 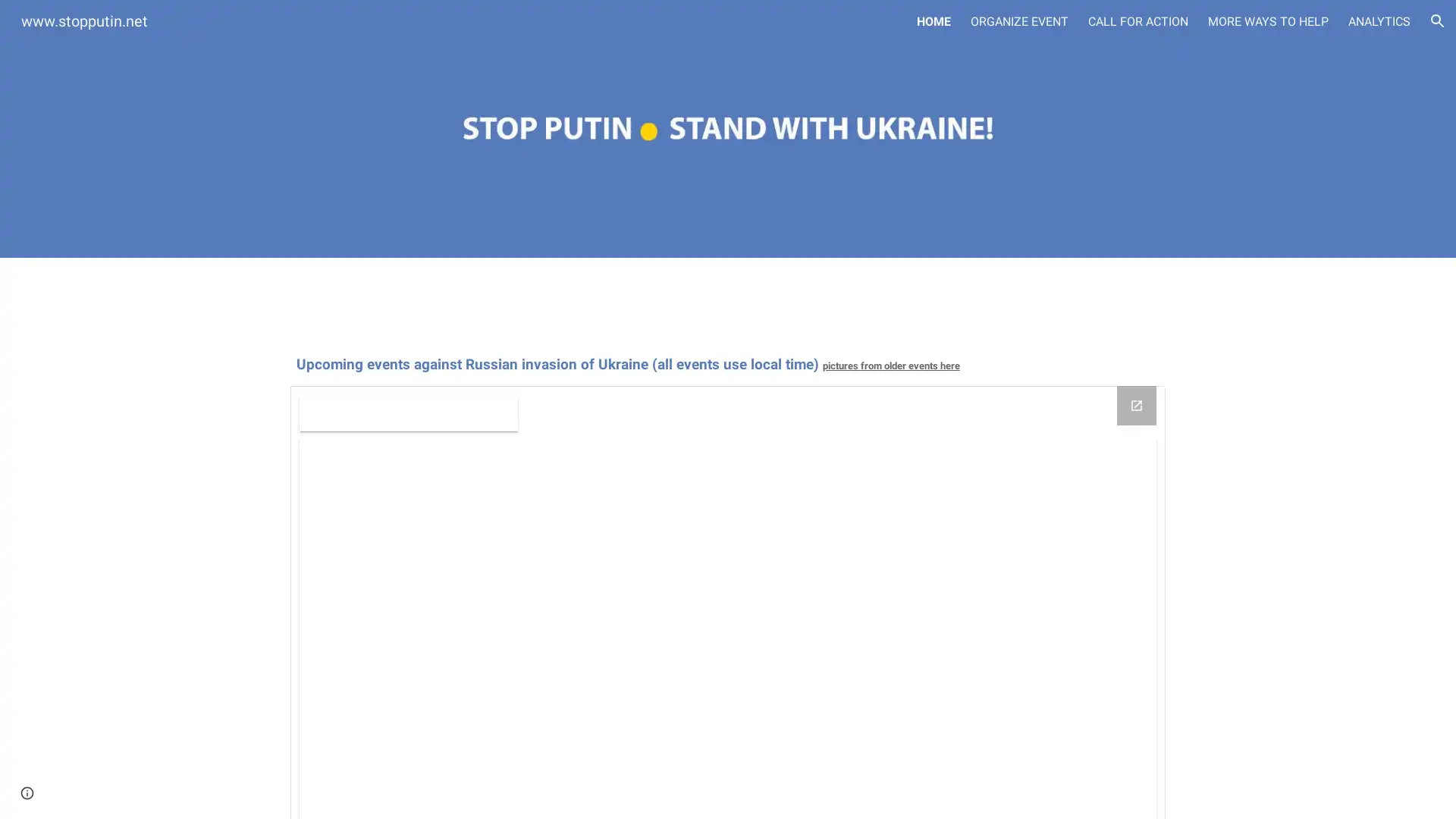 I want to click on Copy heading link, so click(x=976, y=363).